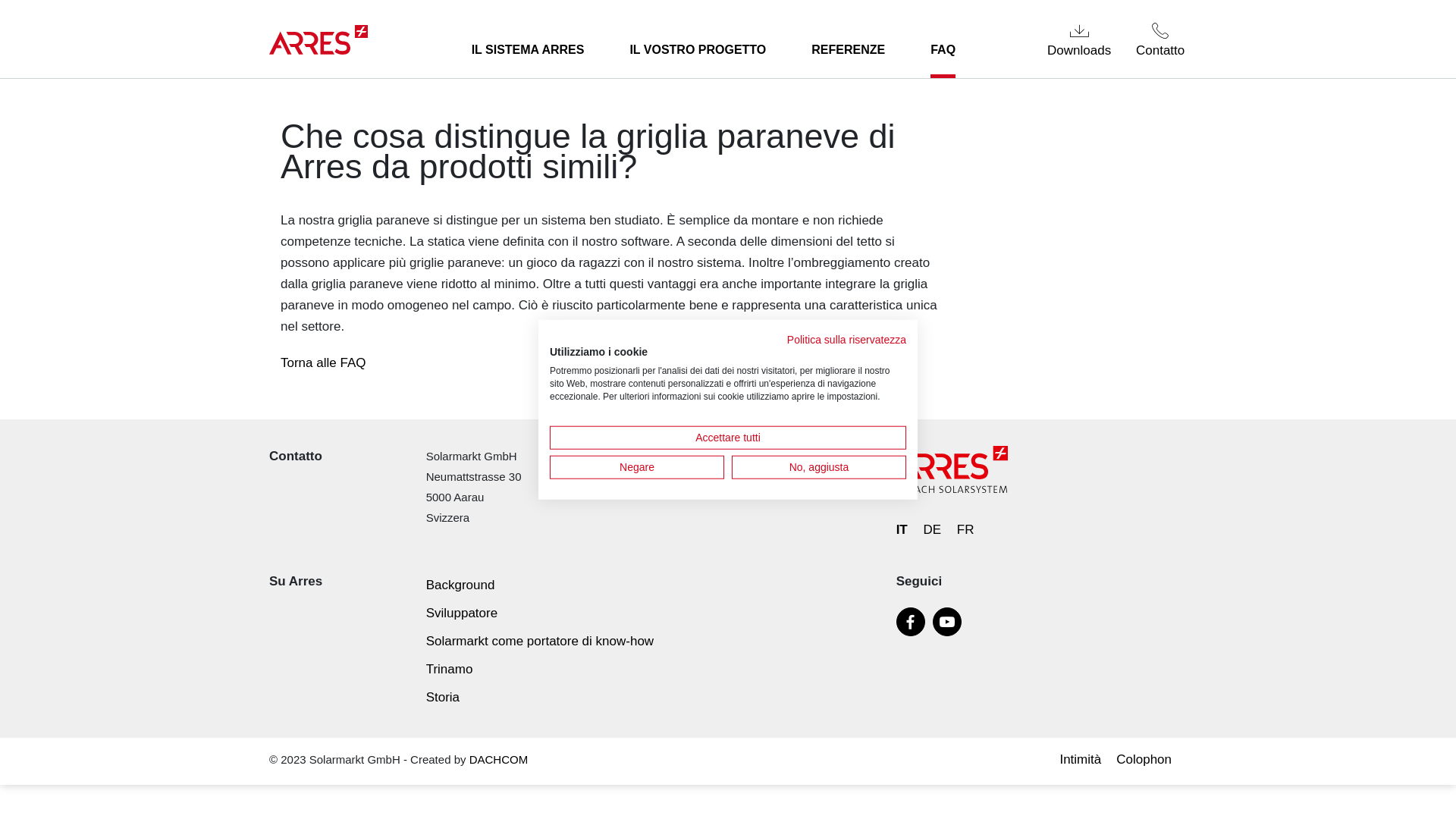 This screenshot has width=1456, height=819. What do you see at coordinates (539, 641) in the screenshot?
I see `'Solarmarkt come portatore di know-how'` at bounding box center [539, 641].